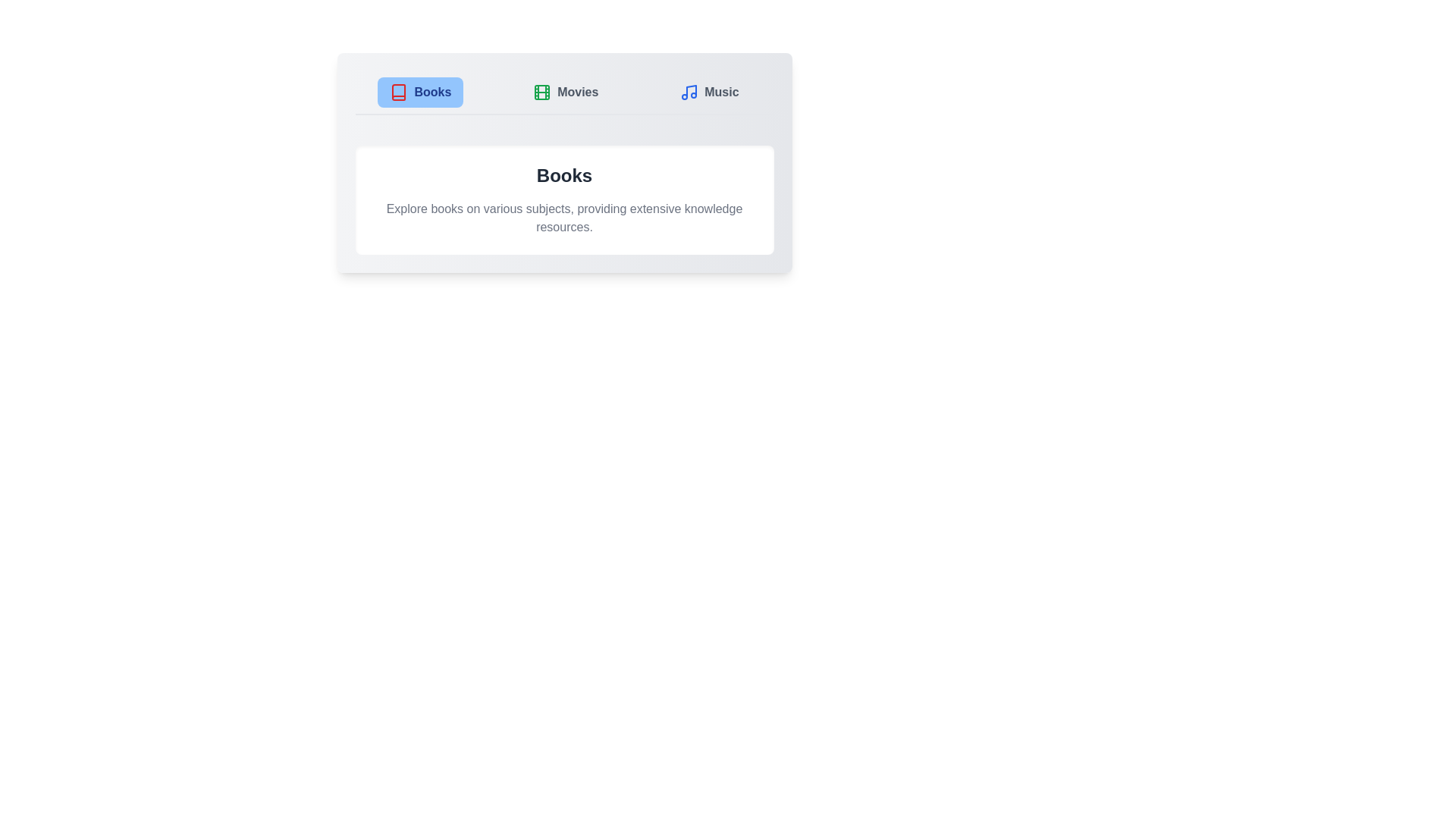  What do you see at coordinates (708, 93) in the screenshot?
I see `the Music tab to switch its content` at bounding box center [708, 93].